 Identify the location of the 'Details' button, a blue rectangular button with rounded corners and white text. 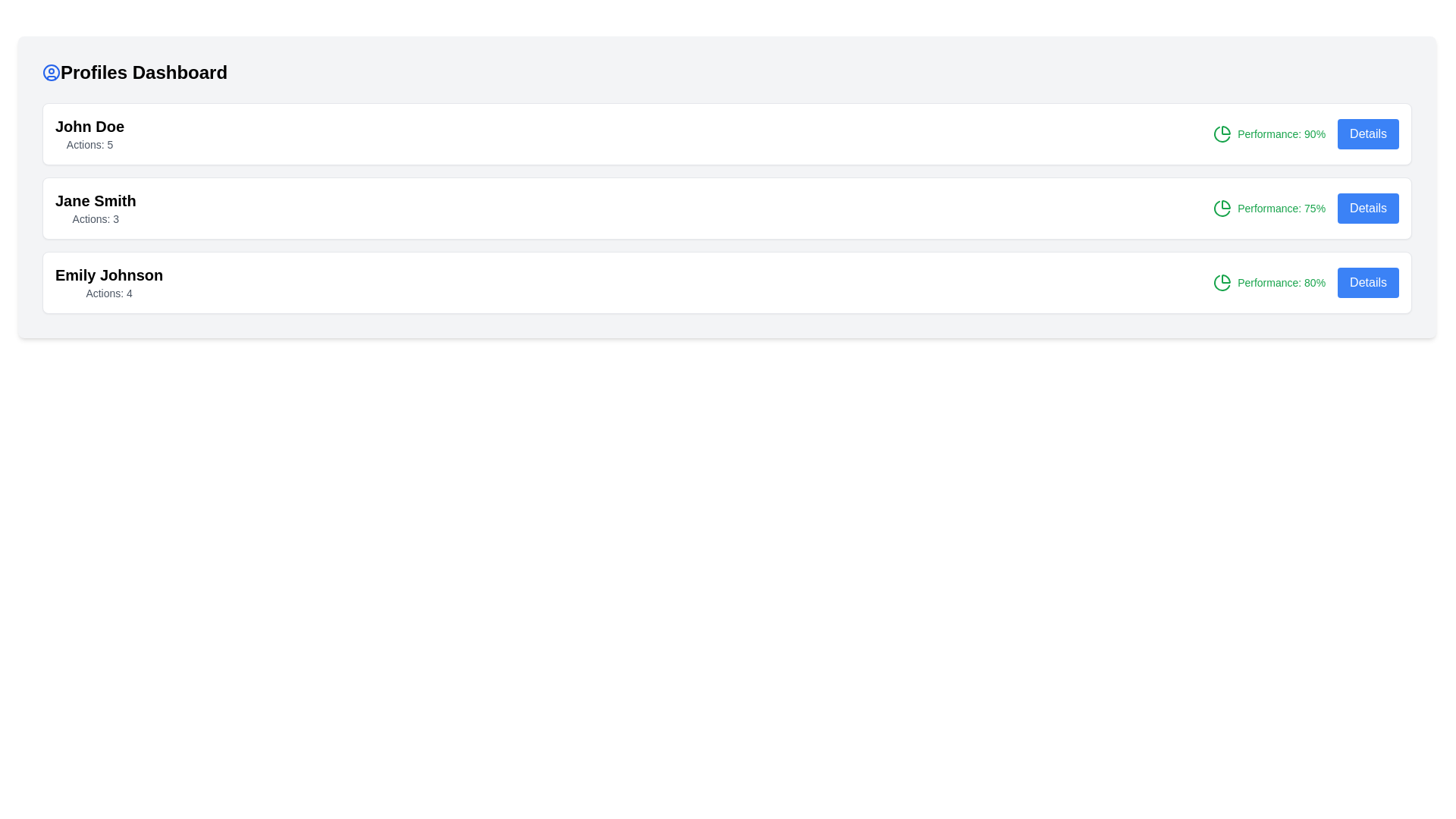
(1368, 133).